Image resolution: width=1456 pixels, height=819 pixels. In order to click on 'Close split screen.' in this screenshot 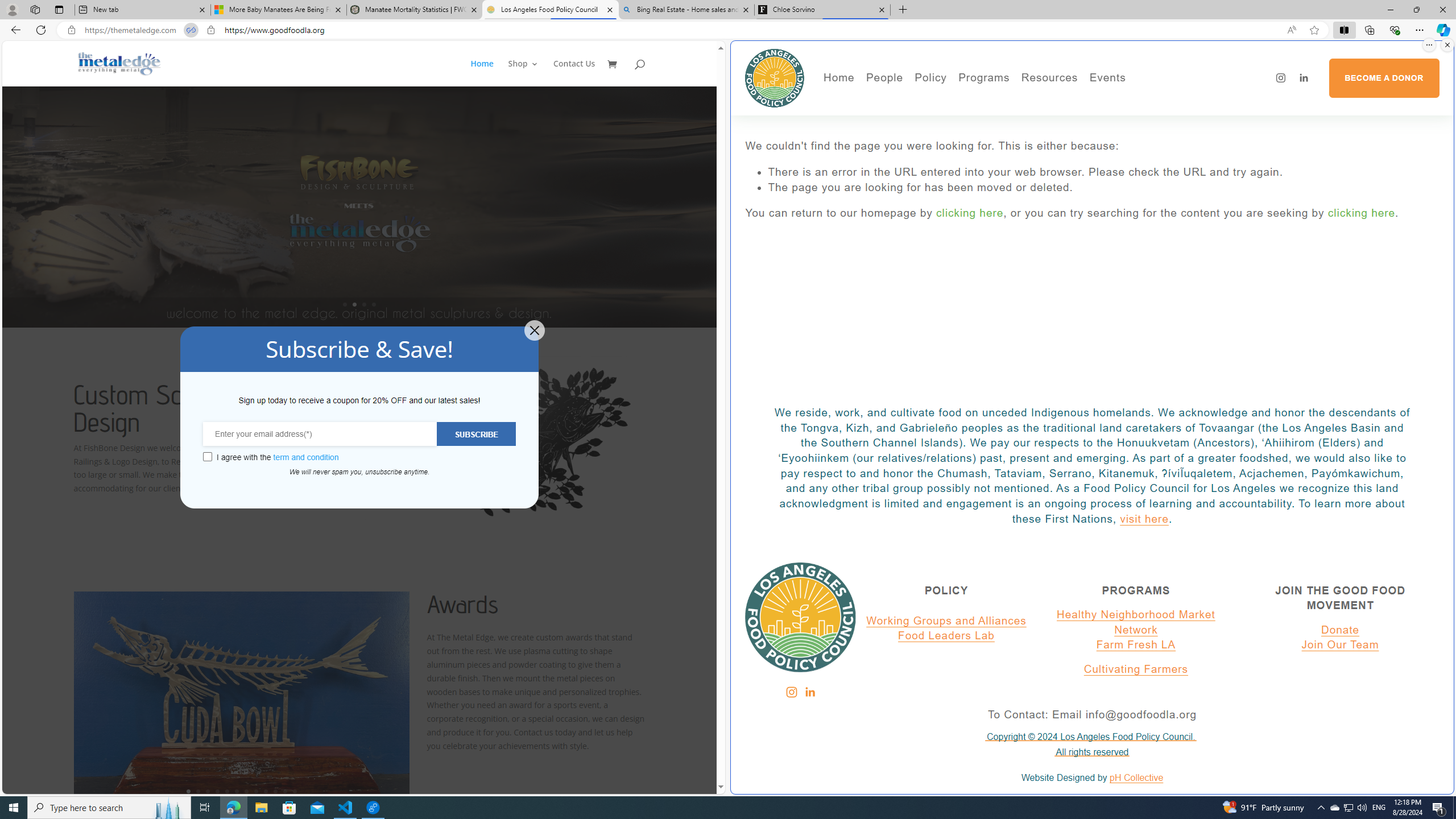, I will do `click(1446, 44)`.